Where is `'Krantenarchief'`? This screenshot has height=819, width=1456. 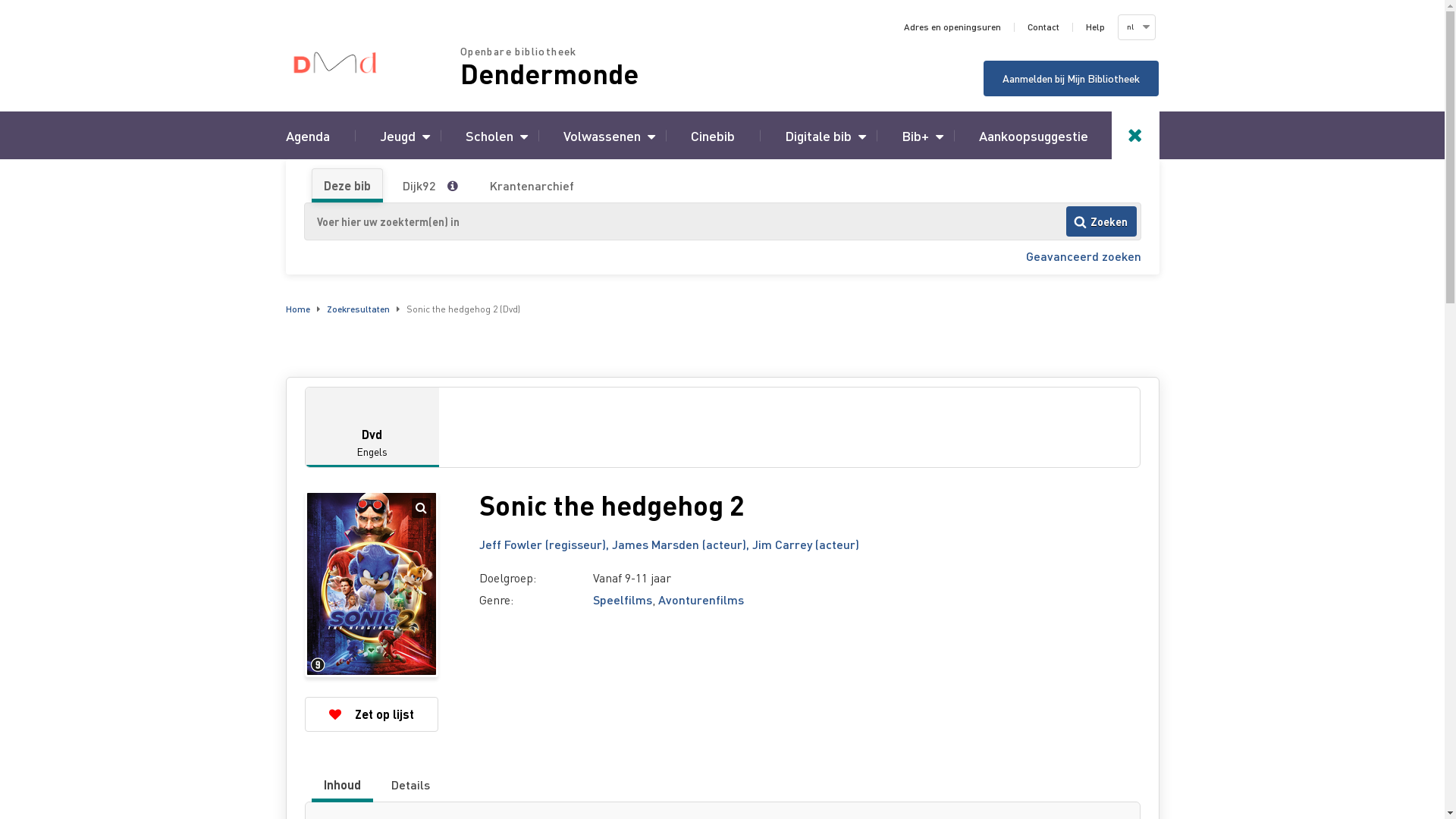 'Krantenarchief' is located at coordinates (476, 185).